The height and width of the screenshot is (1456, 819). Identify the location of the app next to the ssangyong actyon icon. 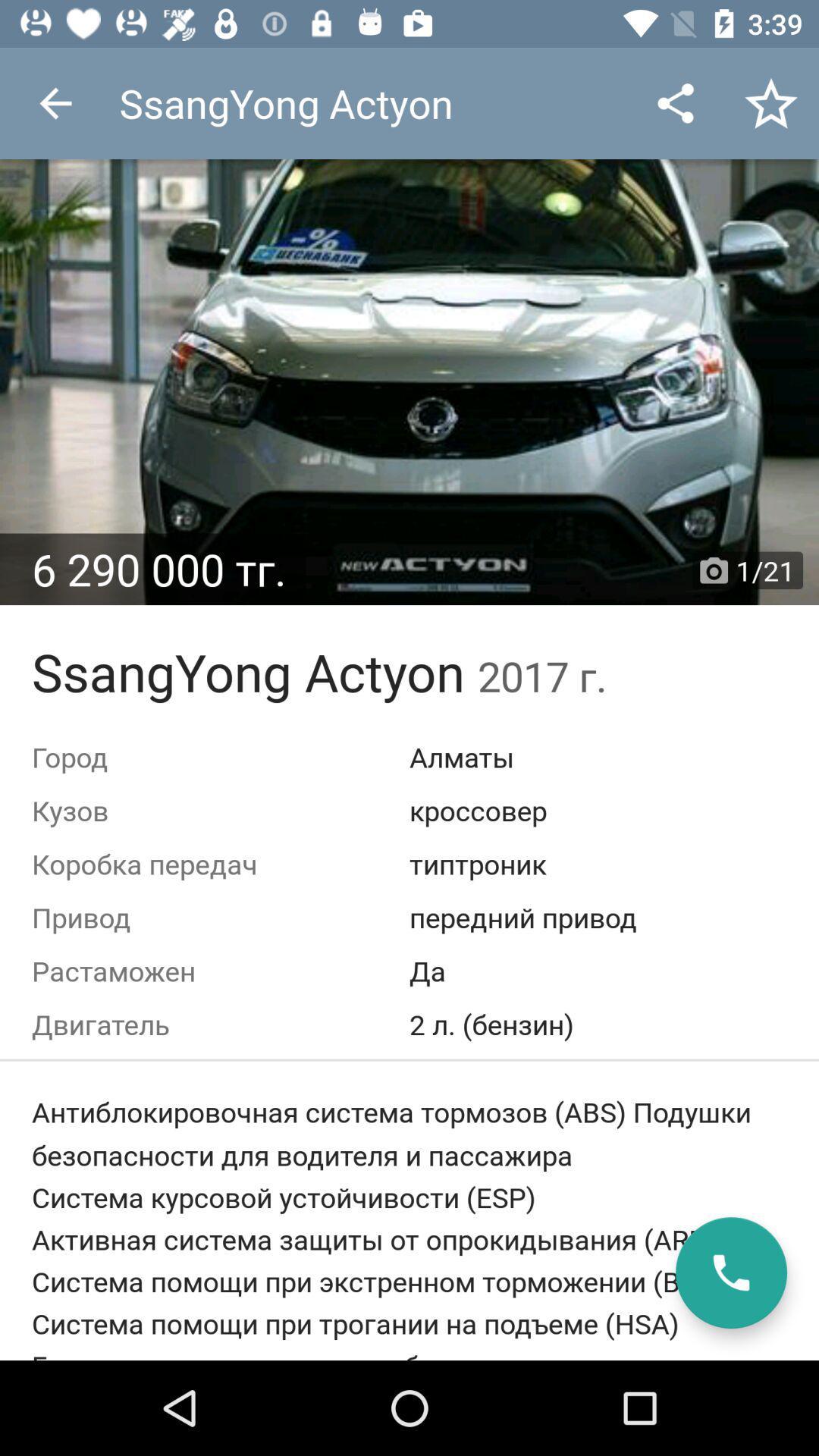
(675, 102).